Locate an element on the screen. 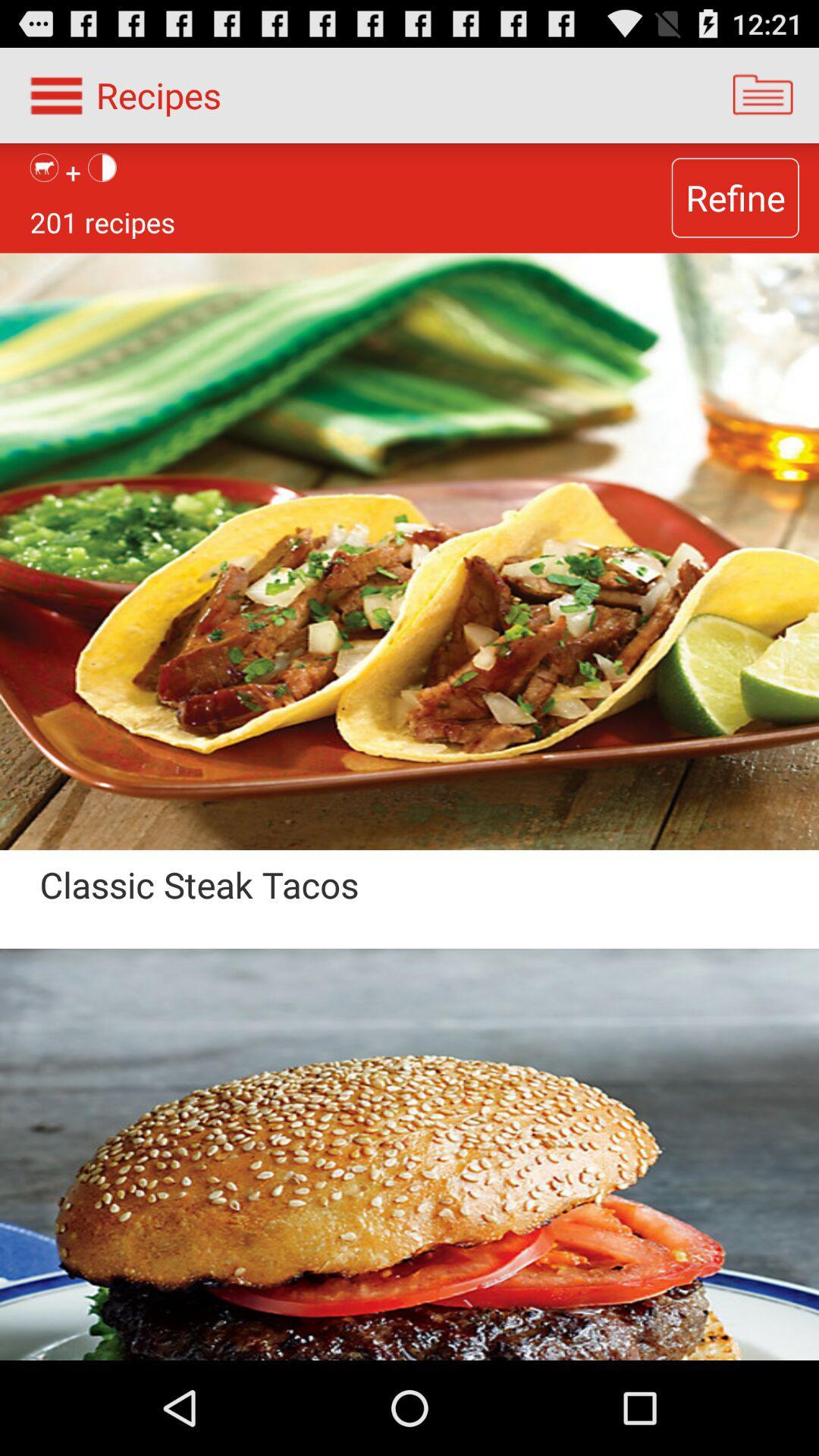 The image size is (819, 1456). the icon next to the recipes is located at coordinates (763, 94).